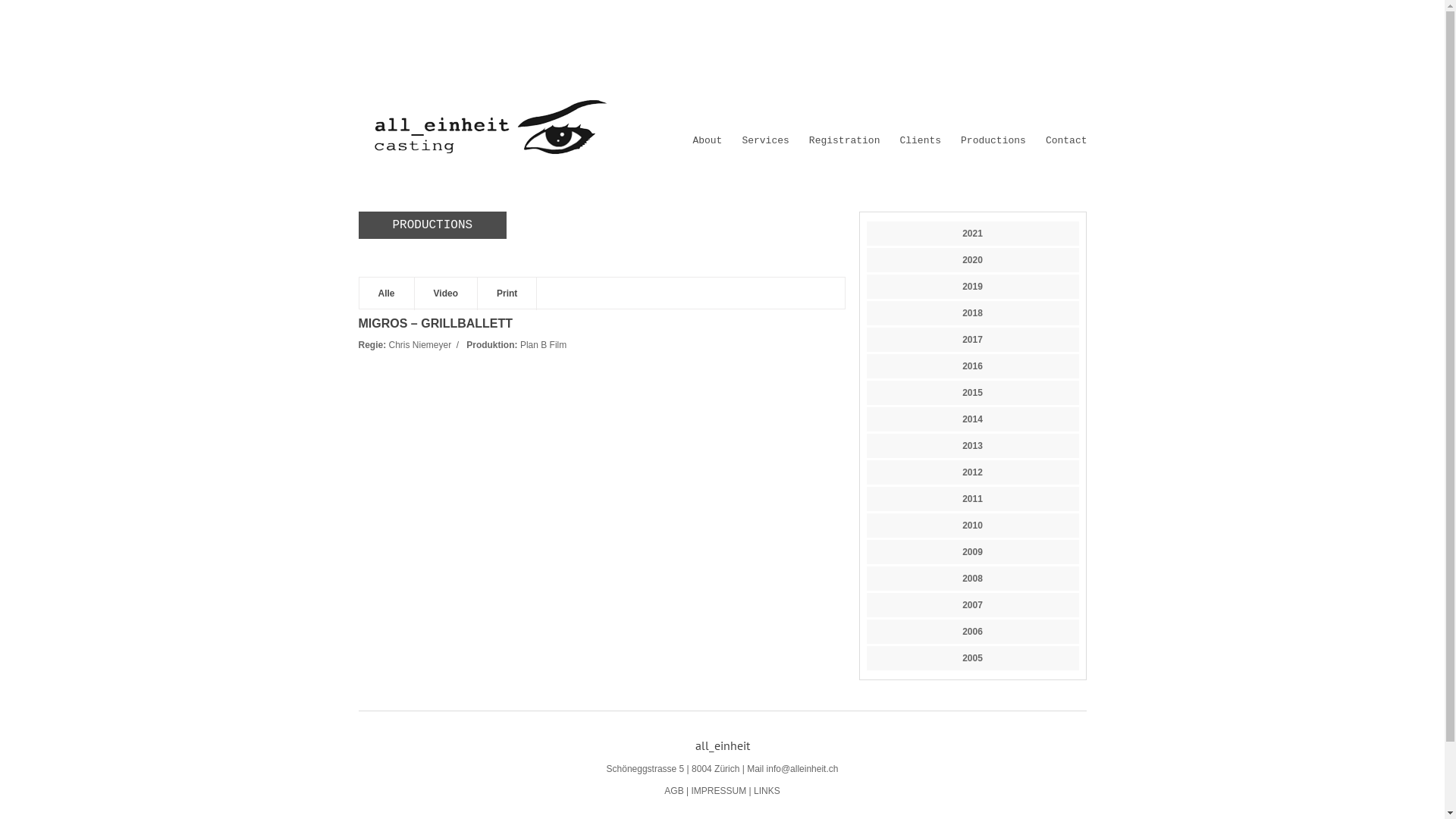  I want to click on '2014', so click(972, 419).